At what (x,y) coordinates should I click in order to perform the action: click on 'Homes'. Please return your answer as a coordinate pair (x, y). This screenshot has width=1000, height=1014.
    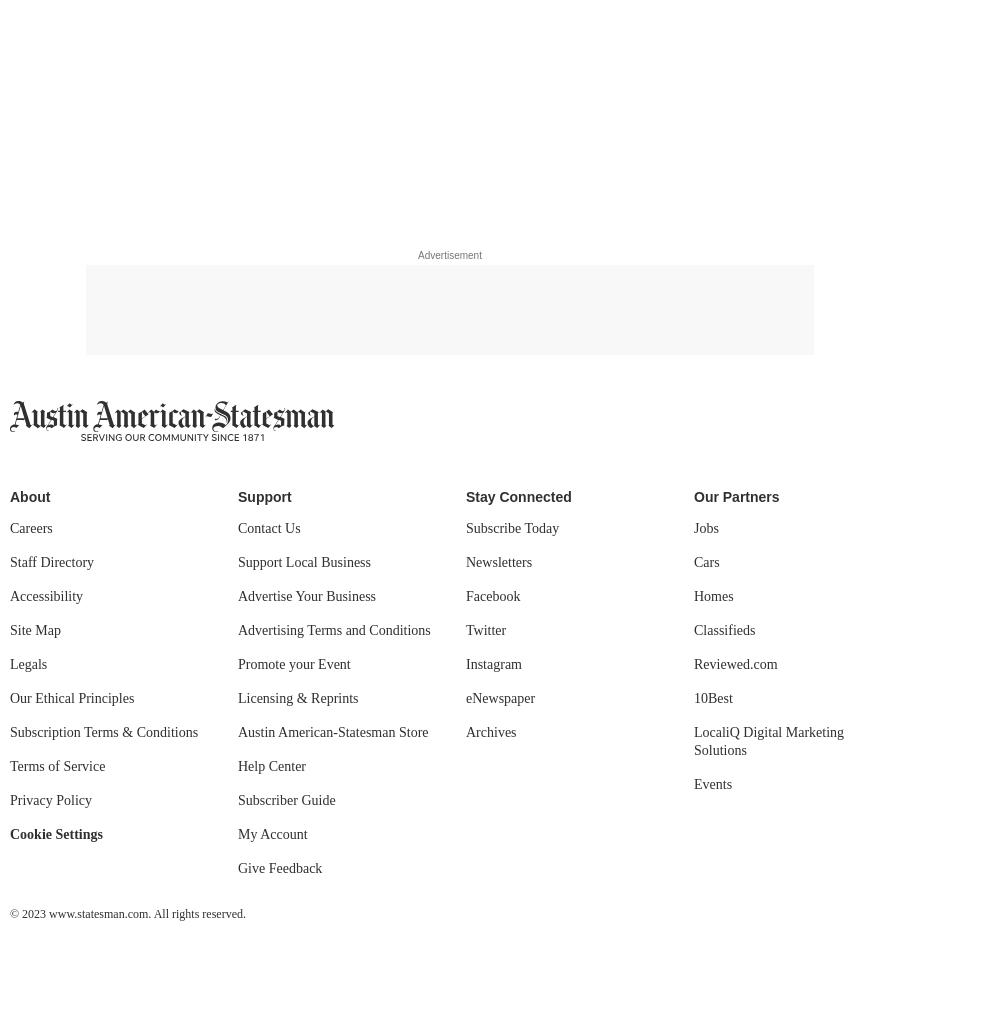
    Looking at the image, I should click on (693, 596).